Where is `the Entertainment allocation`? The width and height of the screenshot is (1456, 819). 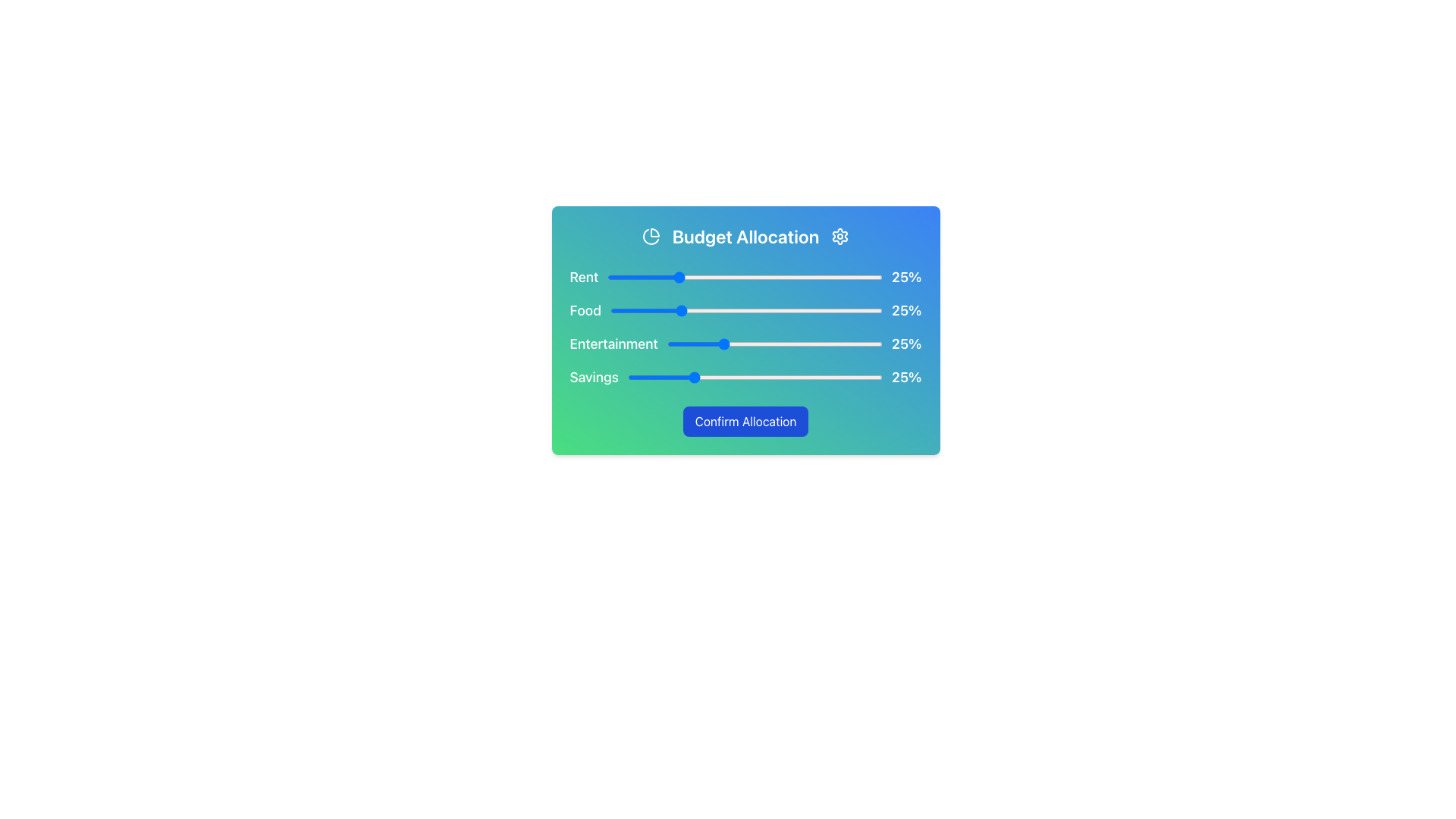
the Entertainment allocation is located at coordinates (751, 344).